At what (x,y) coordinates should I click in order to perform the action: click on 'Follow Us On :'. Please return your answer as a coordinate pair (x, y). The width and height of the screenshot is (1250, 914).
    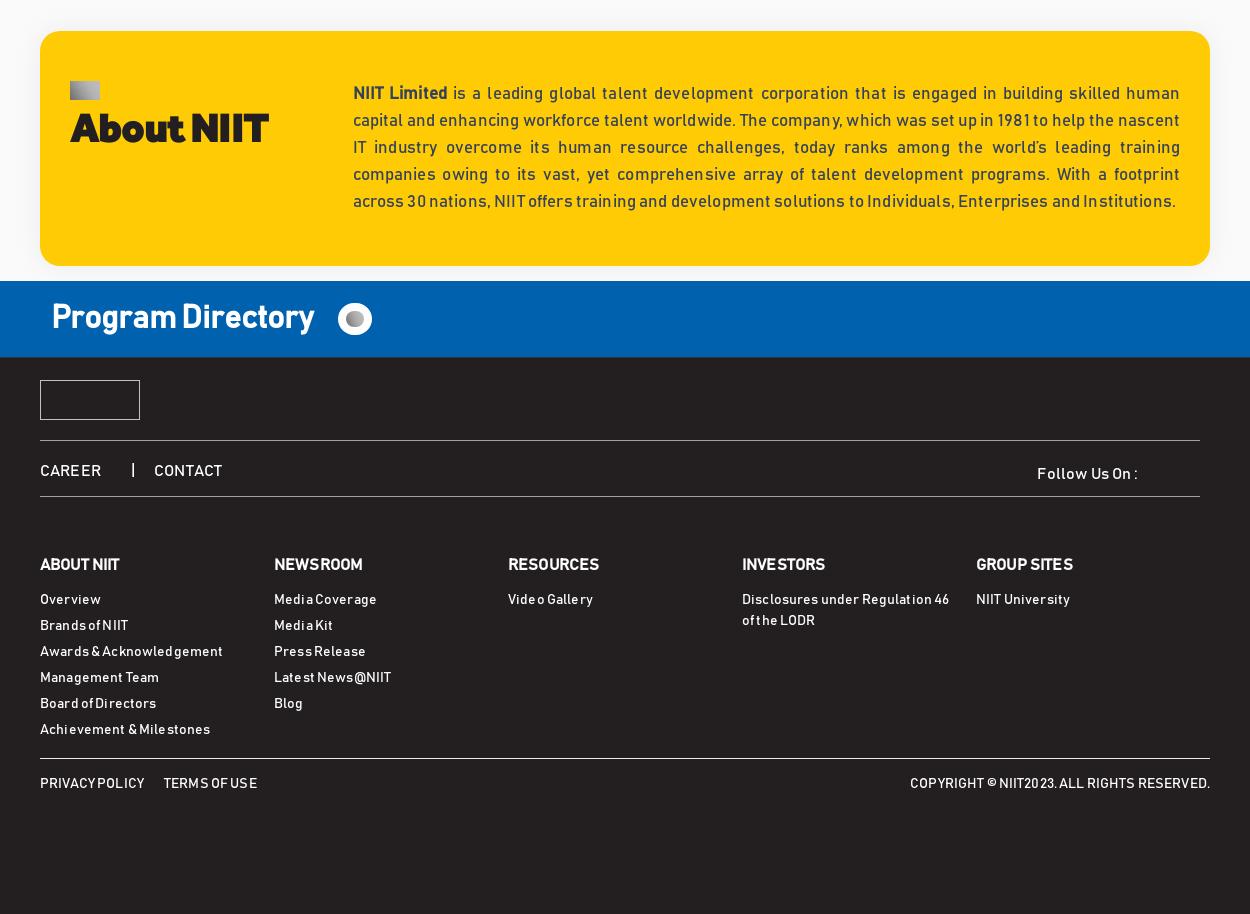
    Looking at the image, I should click on (1091, 474).